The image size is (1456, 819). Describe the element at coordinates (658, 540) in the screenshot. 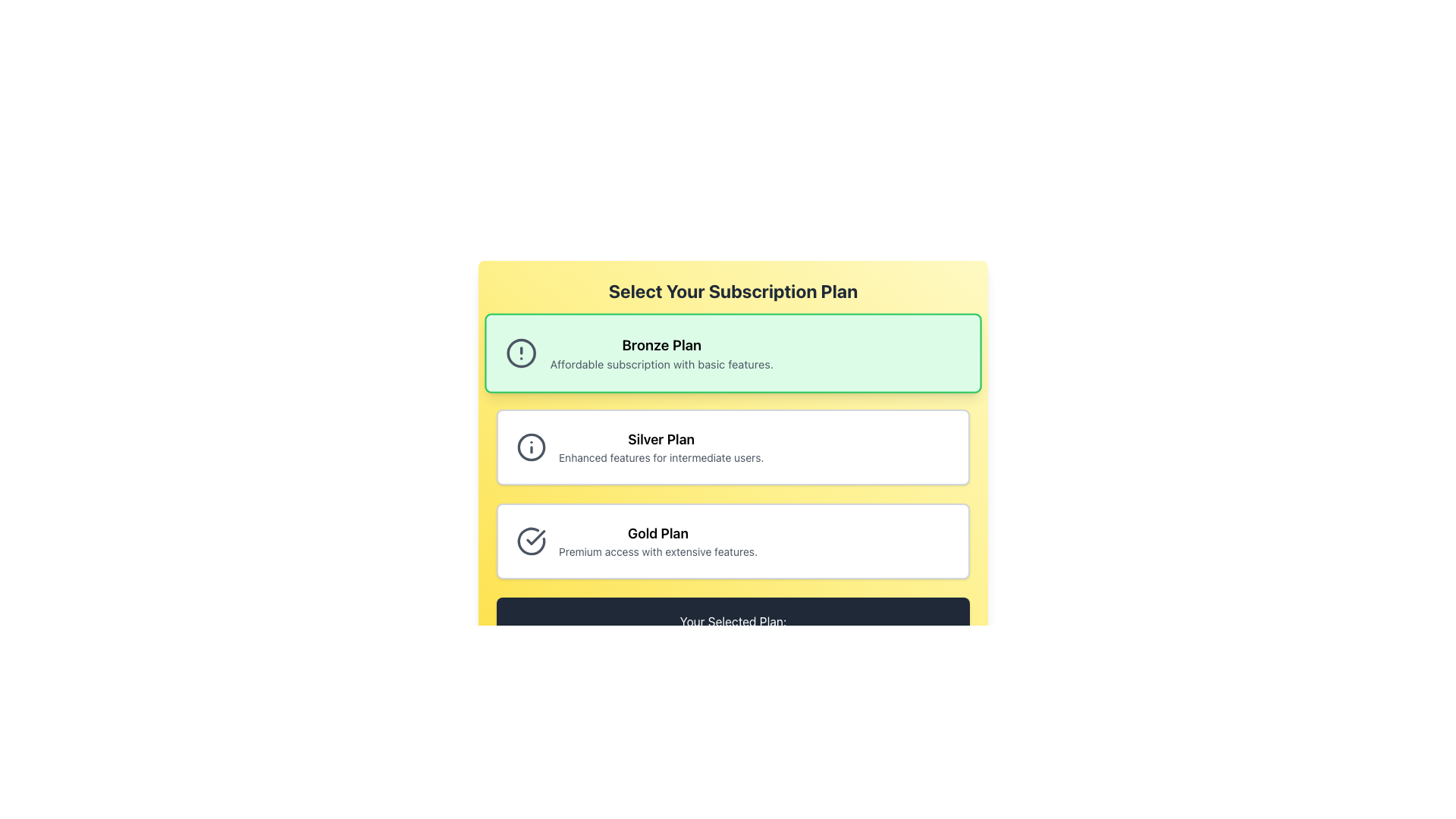

I see `the text content within the 'Gold Plan' card` at that location.